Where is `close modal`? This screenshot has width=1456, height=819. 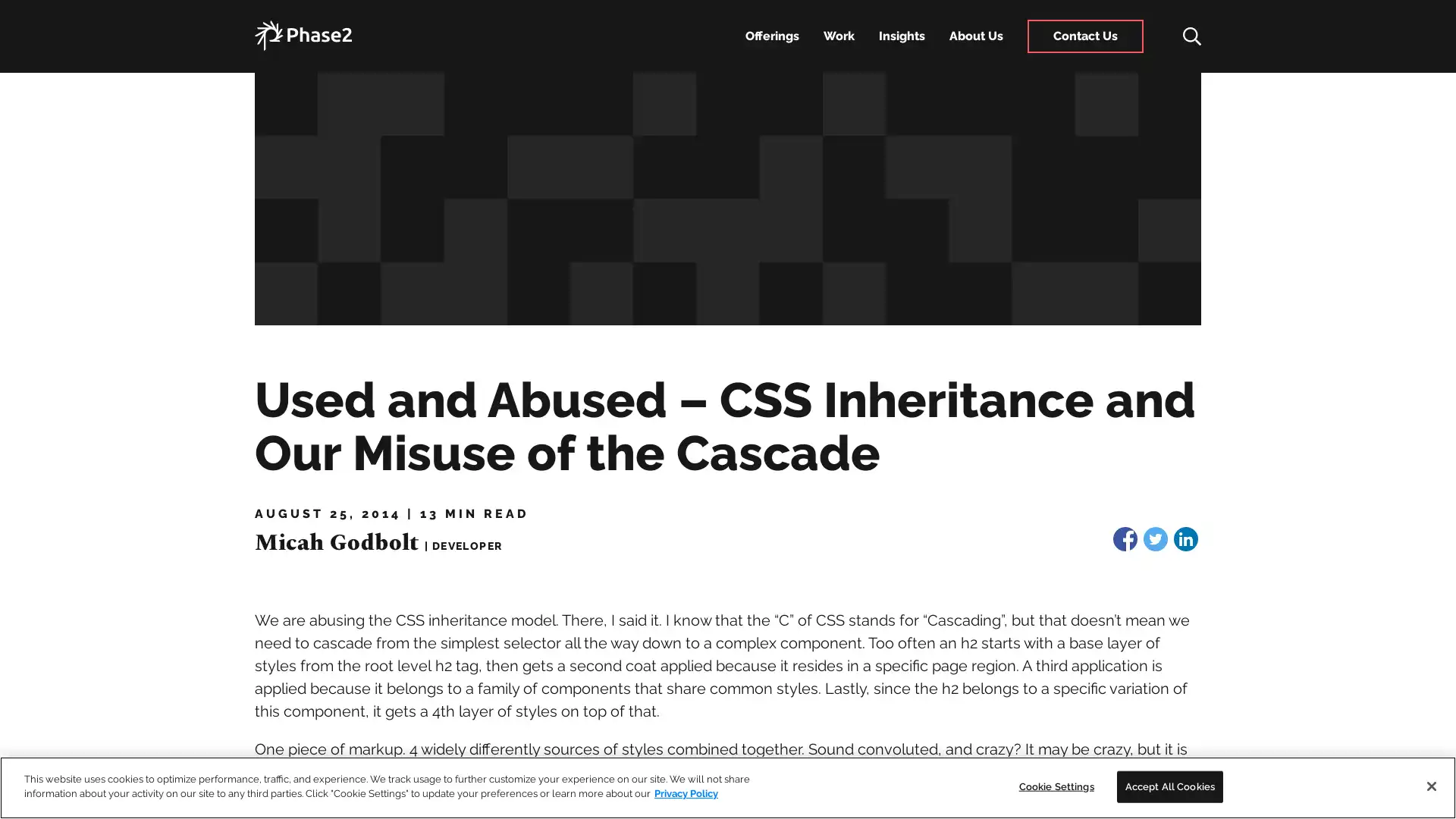
close modal is located at coordinates (1430, 24).